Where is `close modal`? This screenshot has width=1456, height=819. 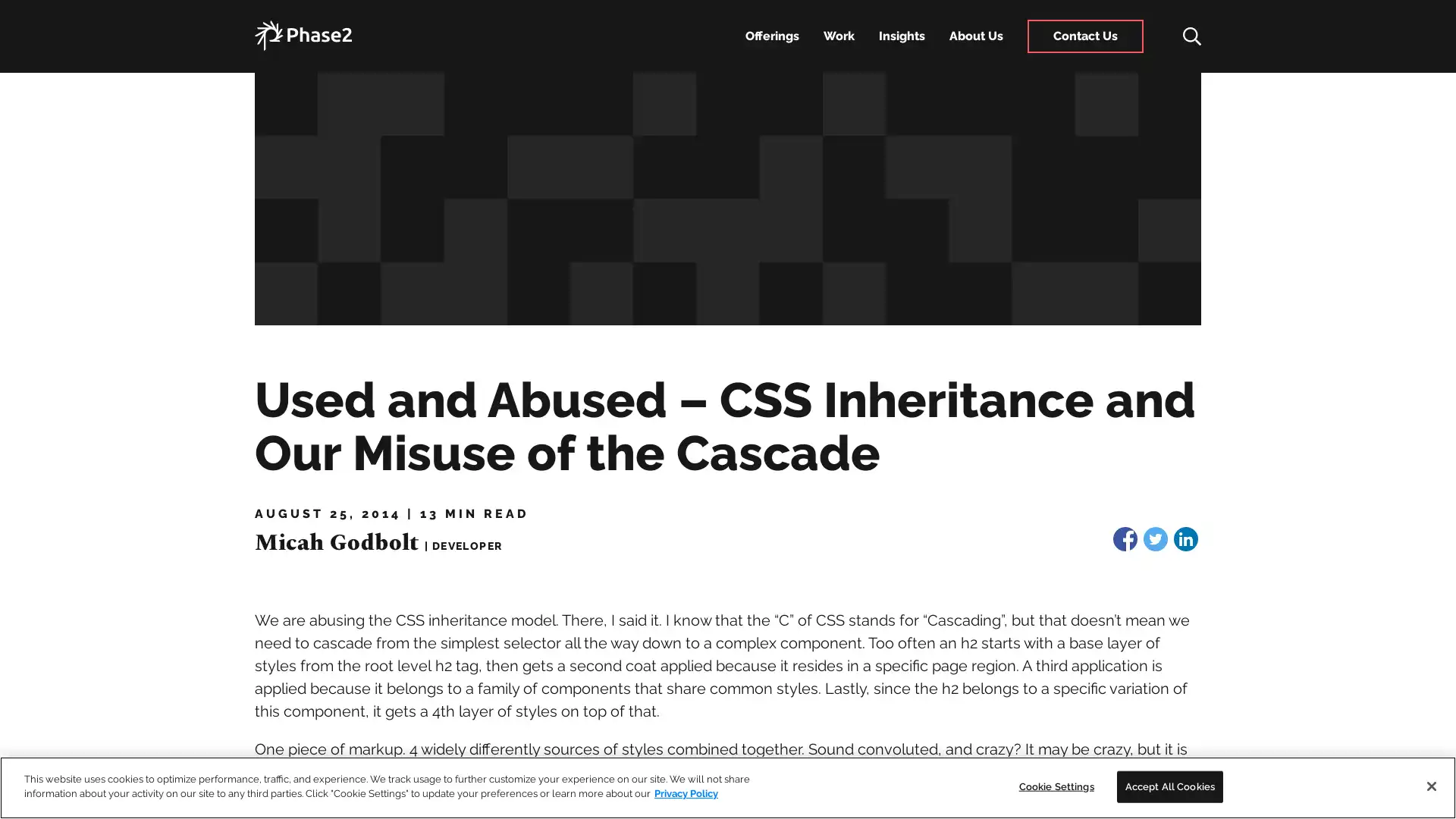
close modal is located at coordinates (1430, 24).